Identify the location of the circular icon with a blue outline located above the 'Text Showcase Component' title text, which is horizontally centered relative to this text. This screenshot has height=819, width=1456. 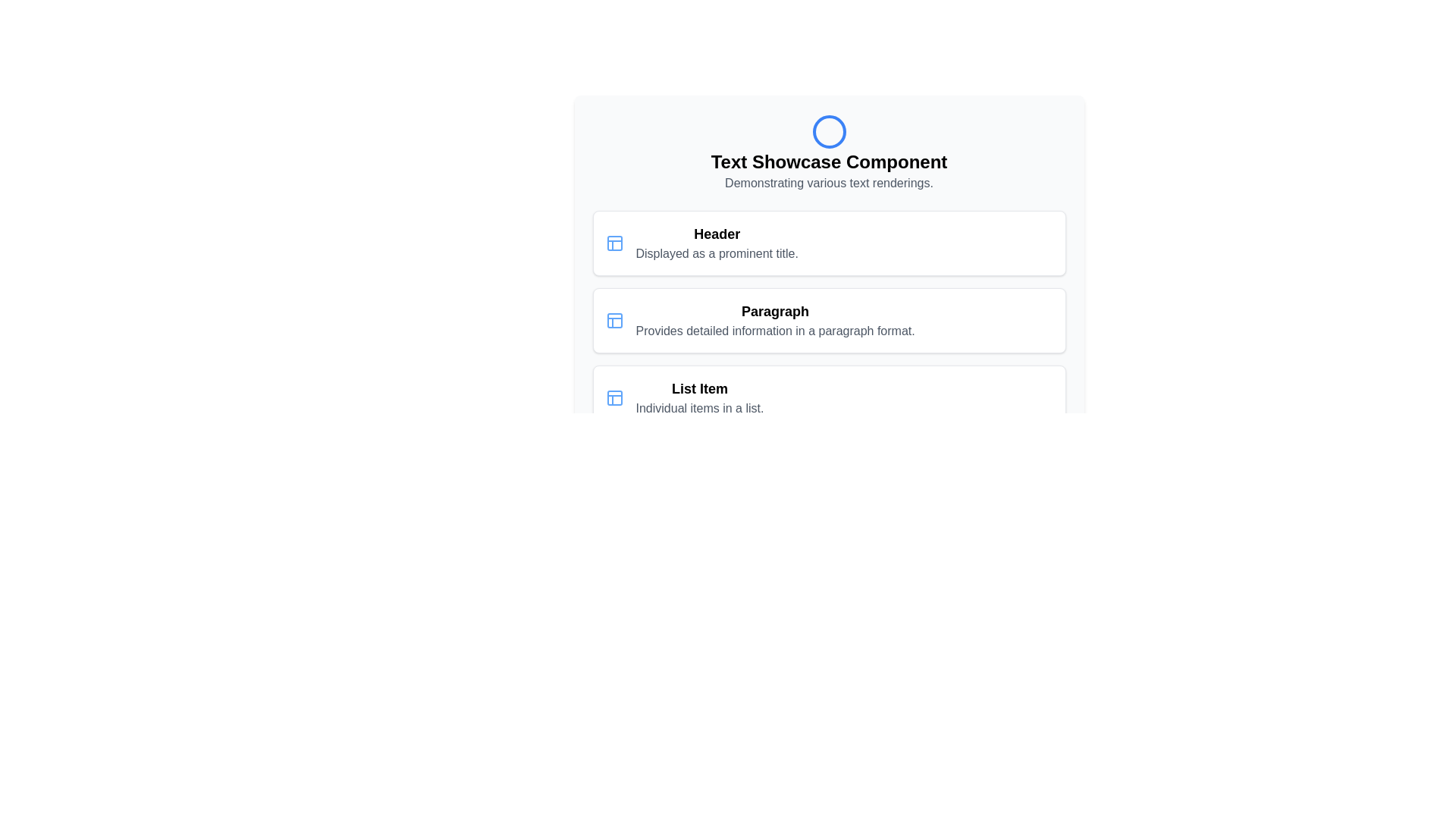
(828, 130).